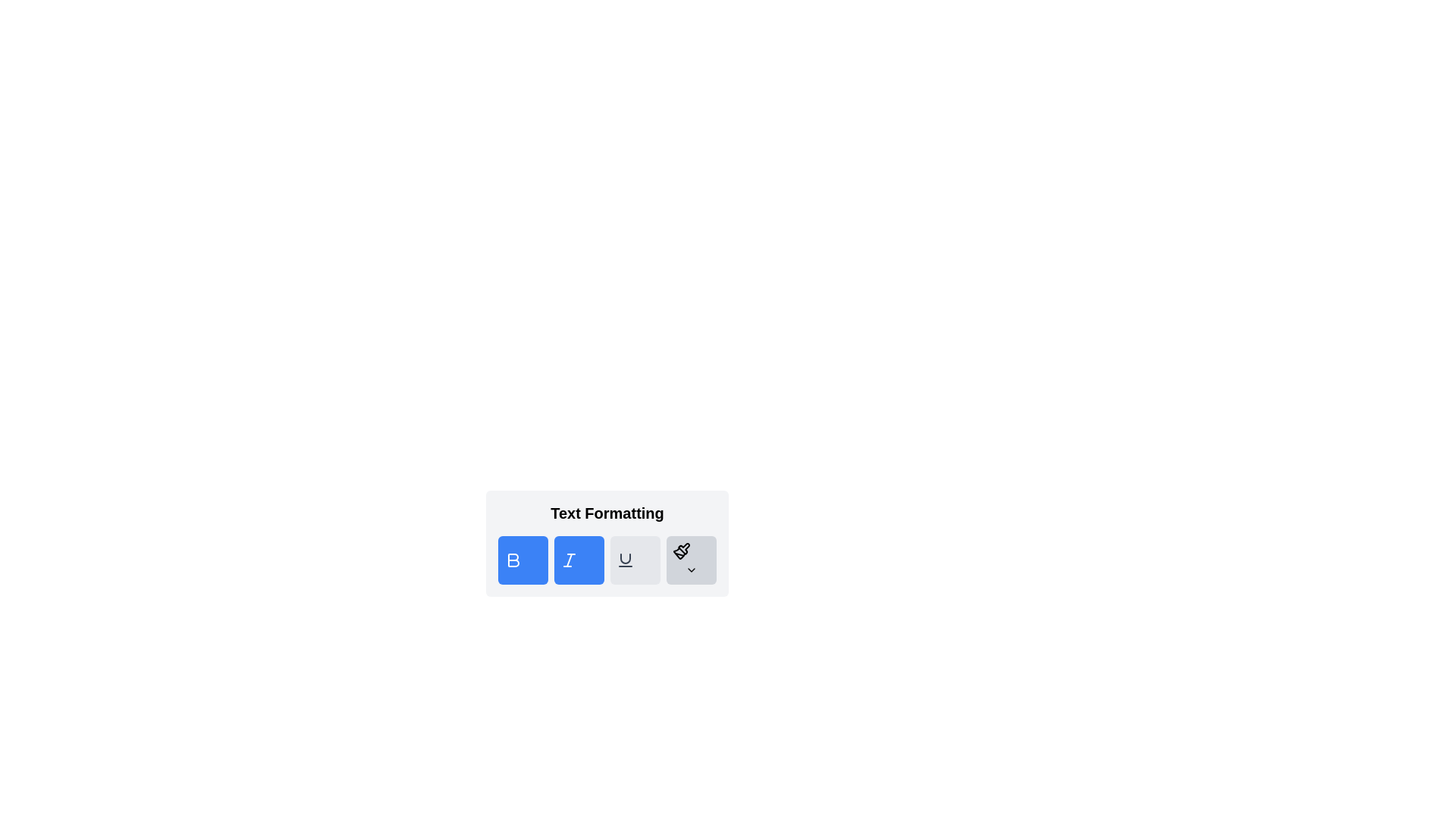 The image size is (1456, 819). I want to click on the curved vector graphic resembling the lower part of a 'U' shape within the third button from the left in the text formatting toolbar, located below the 'Text Formatting' label, so click(626, 558).